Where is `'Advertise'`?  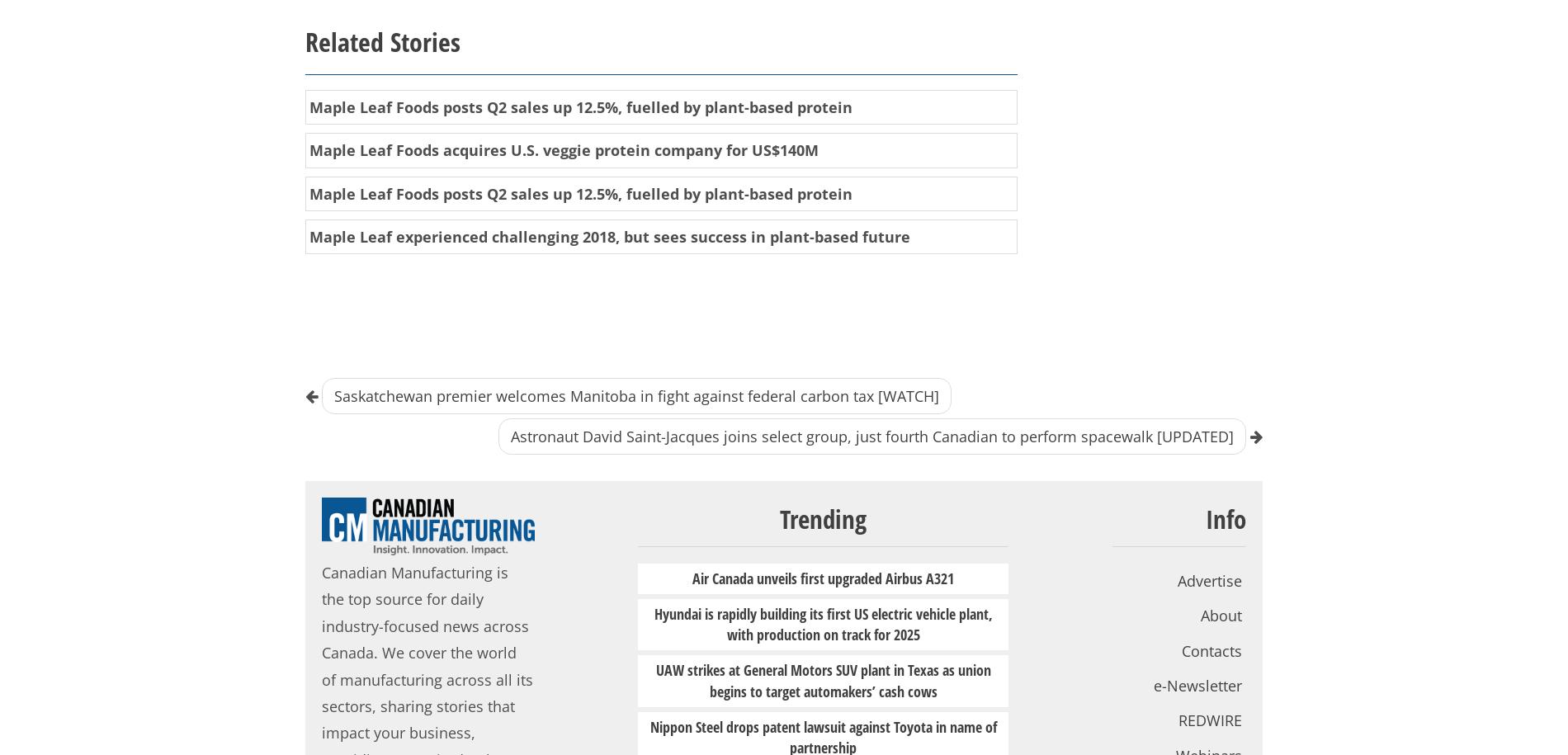
'Advertise' is located at coordinates (1209, 578).